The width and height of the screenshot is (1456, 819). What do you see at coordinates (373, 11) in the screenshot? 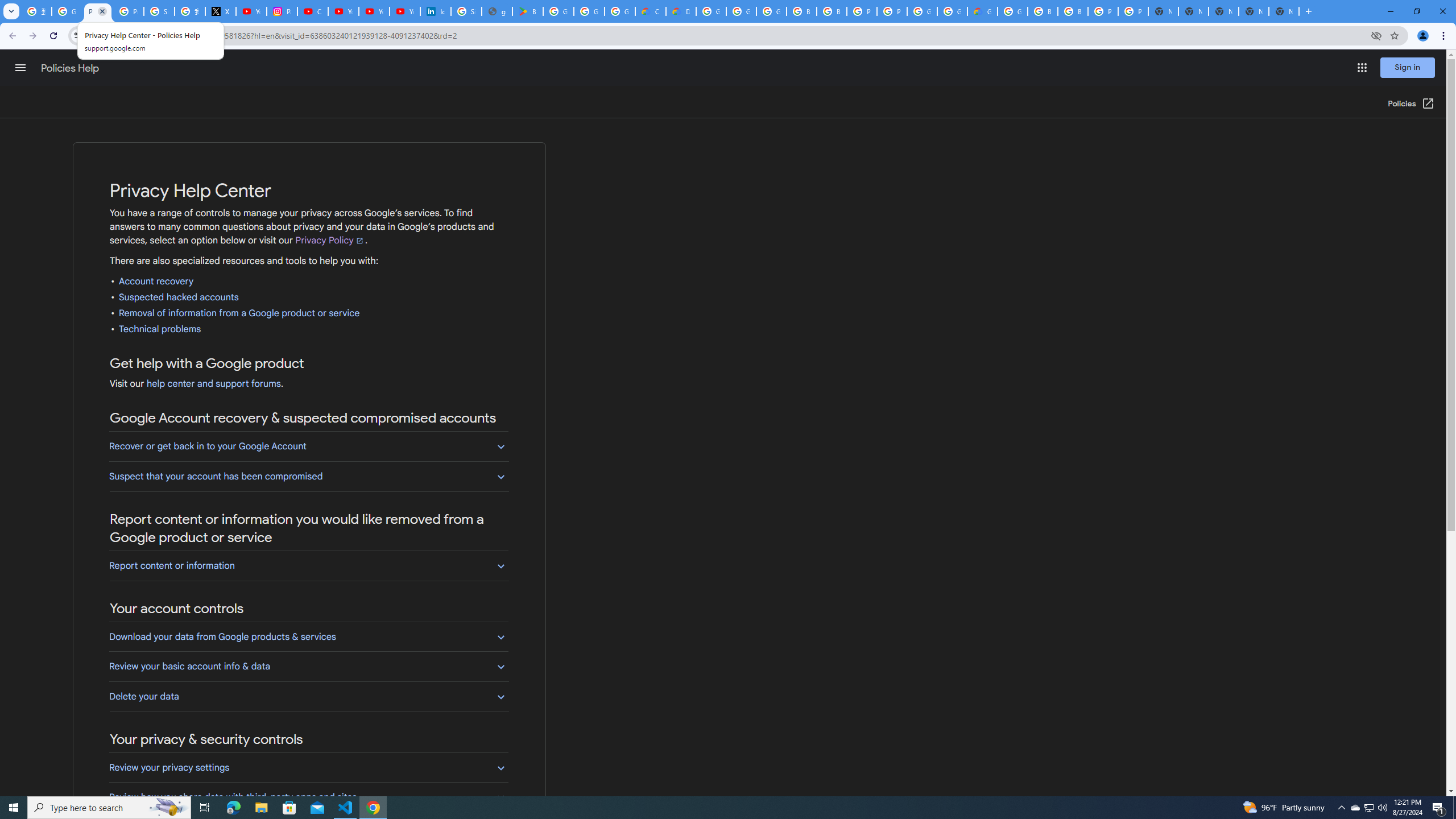
I see `'YouTube Culture & Trends - YouTube Top 10, 2021'` at bounding box center [373, 11].